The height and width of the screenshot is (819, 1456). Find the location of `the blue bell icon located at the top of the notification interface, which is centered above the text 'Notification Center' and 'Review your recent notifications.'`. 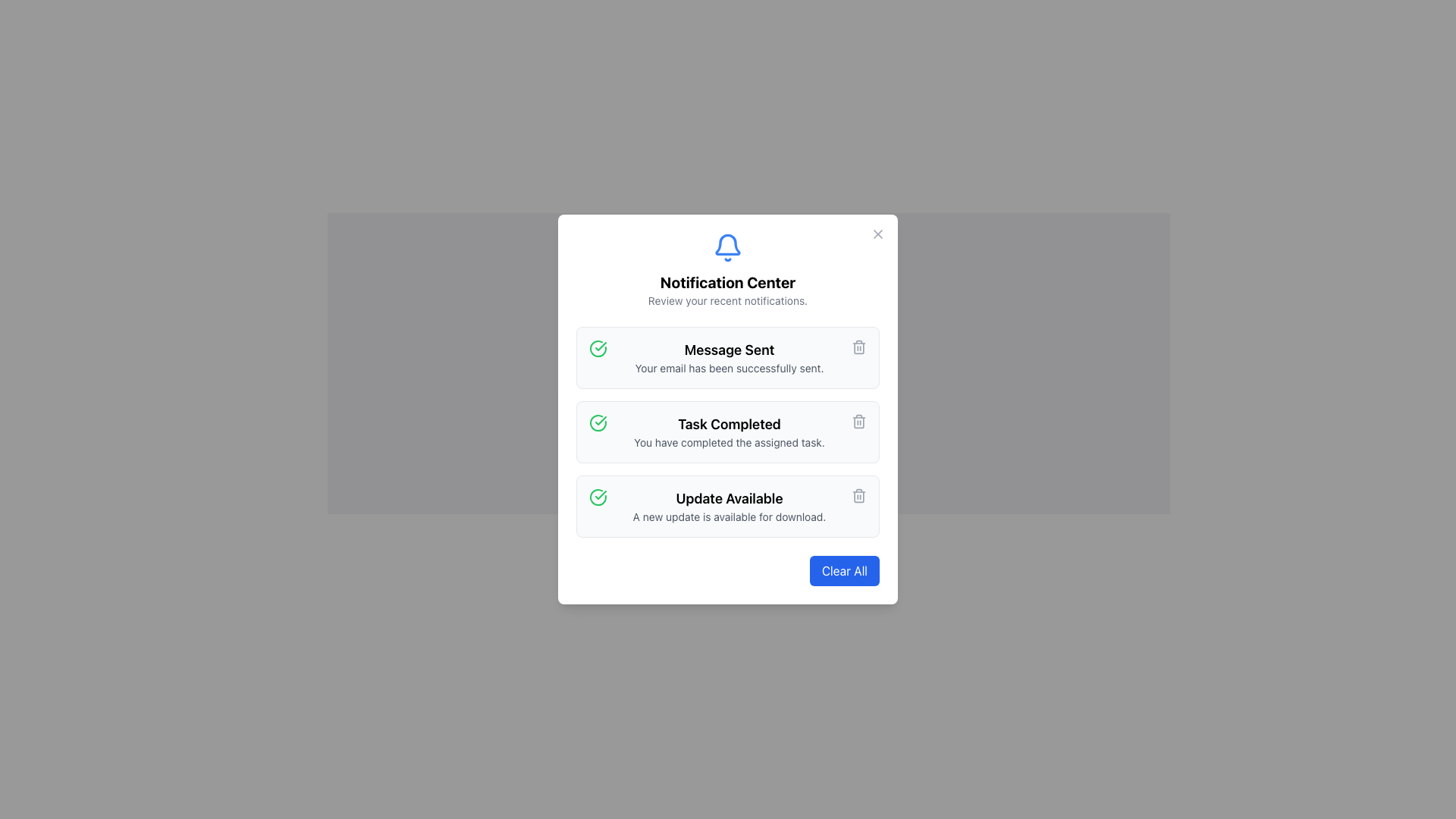

the blue bell icon located at the top of the notification interface, which is centered above the text 'Notification Center' and 'Review your recent notifications.' is located at coordinates (728, 247).